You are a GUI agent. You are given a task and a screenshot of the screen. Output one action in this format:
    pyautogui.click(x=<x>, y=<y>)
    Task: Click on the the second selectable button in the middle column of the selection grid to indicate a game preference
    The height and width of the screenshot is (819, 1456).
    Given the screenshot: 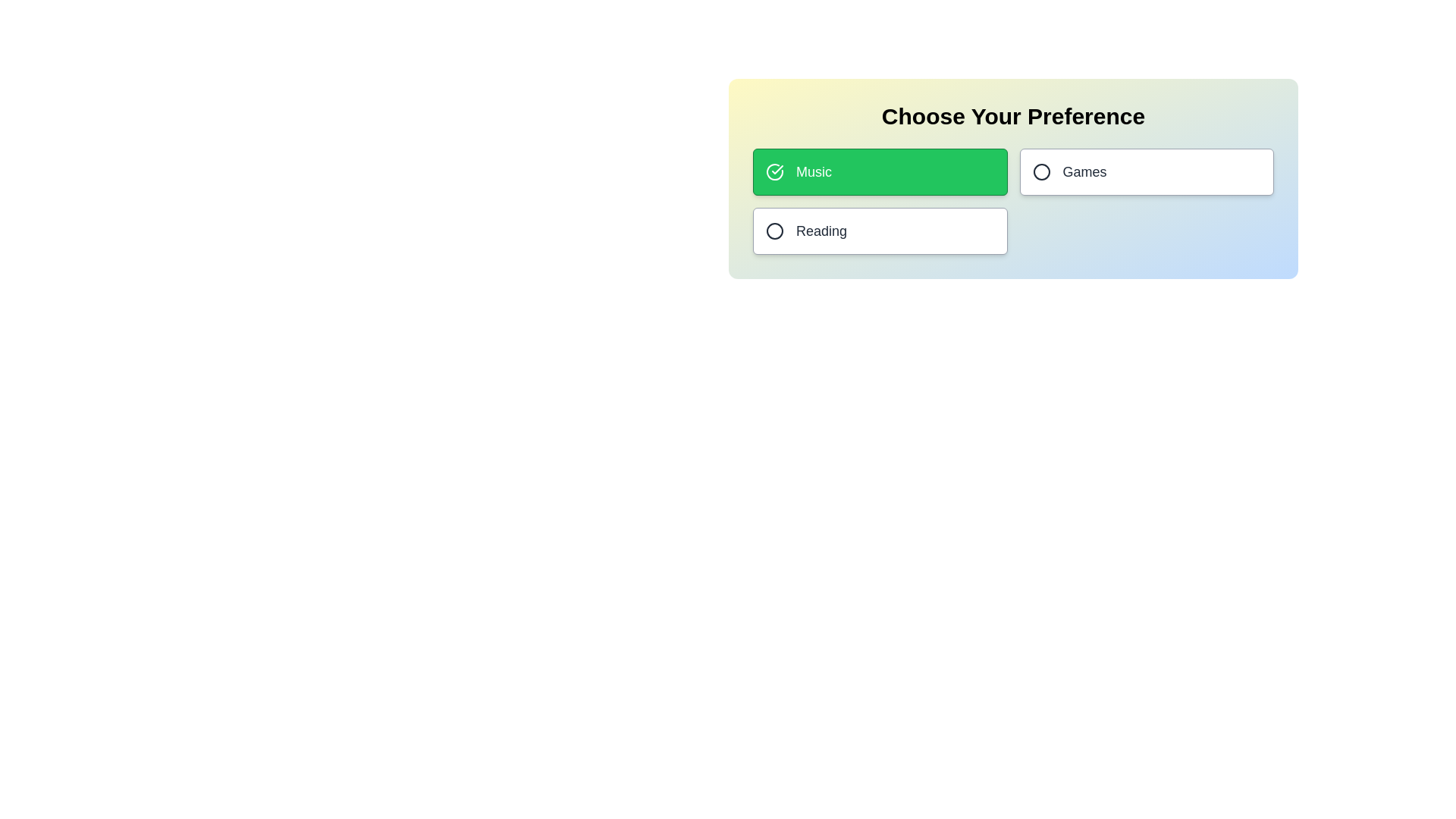 What is the action you would take?
    pyautogui.click(x=1147, y=171)
    